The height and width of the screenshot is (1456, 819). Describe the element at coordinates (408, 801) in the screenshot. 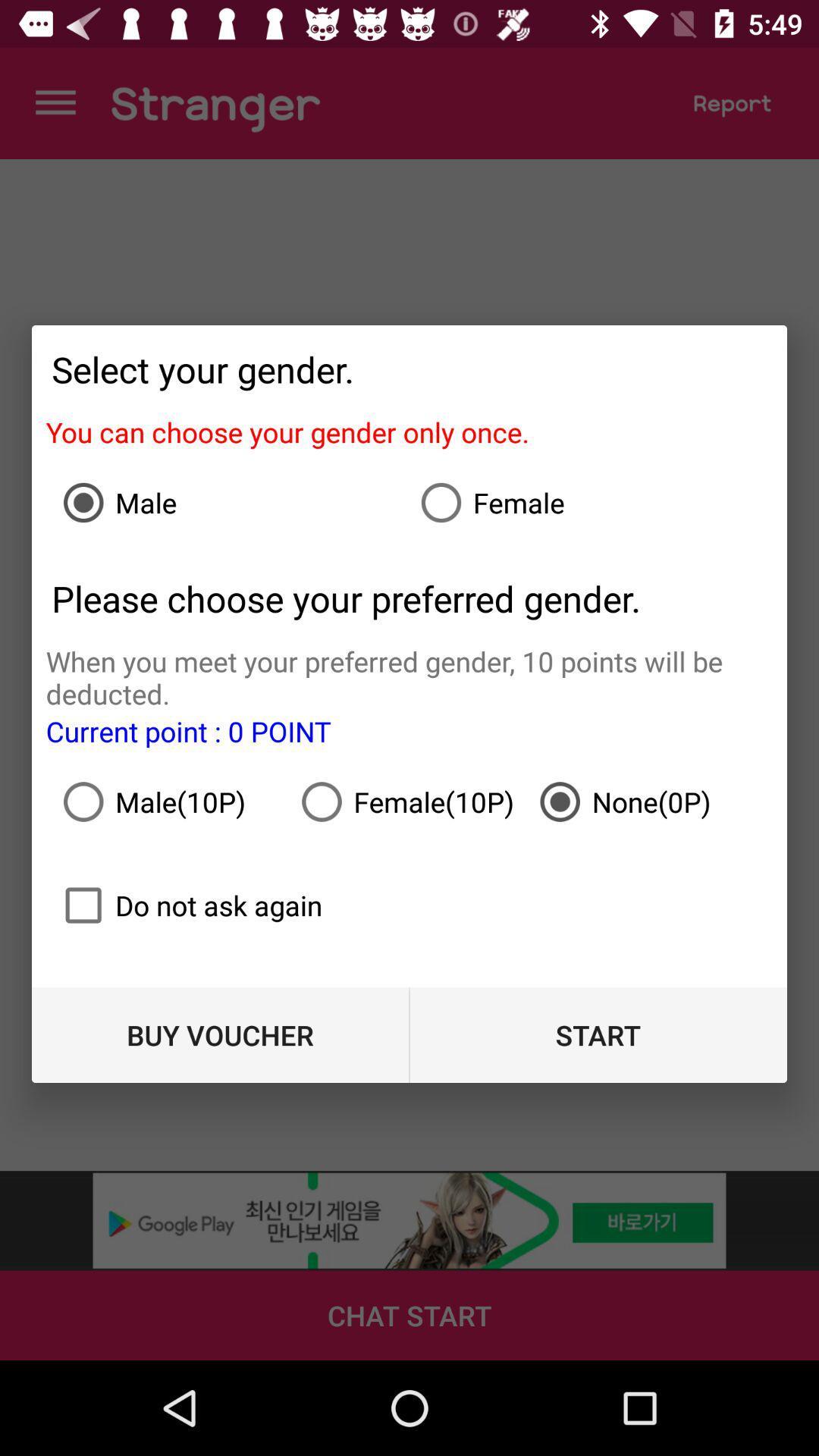

I see `the icon to the right of the male(10p)` at that location.